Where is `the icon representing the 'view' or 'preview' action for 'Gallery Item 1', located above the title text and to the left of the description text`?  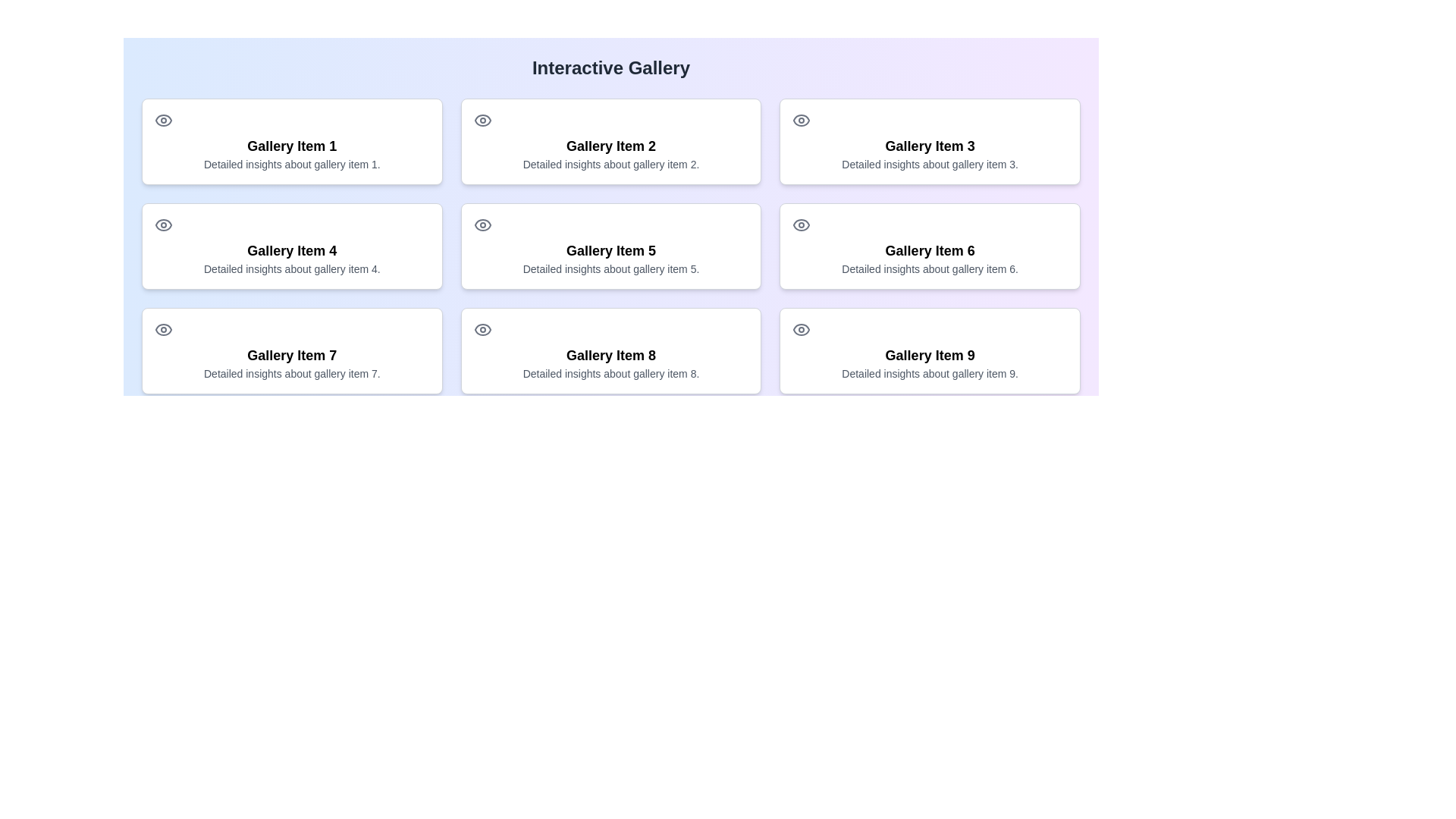 the icon representing the 'view' or 'preview' action for 'Gallery Item 1', located above the title text and to the left of the description text is located at coordinates (164, 119).